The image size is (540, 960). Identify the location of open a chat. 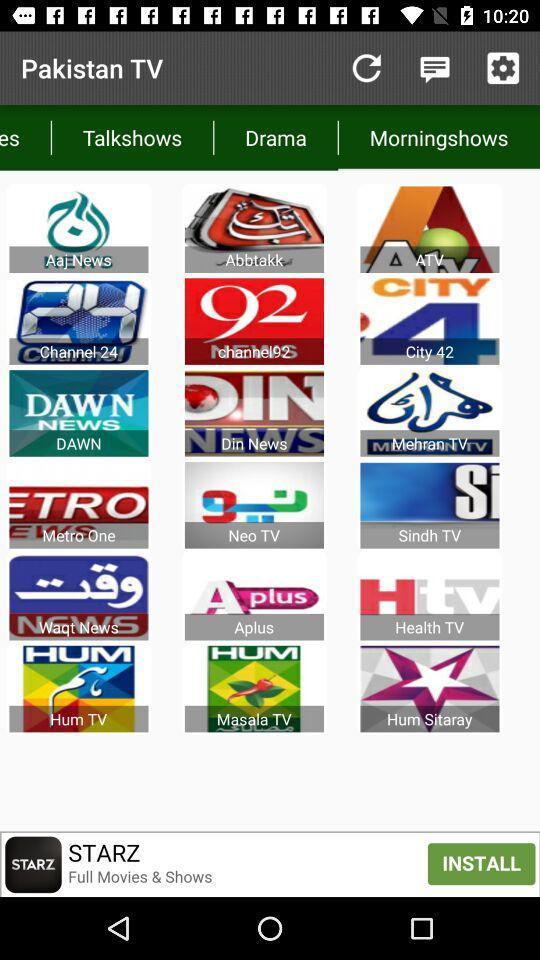
(434, 68).